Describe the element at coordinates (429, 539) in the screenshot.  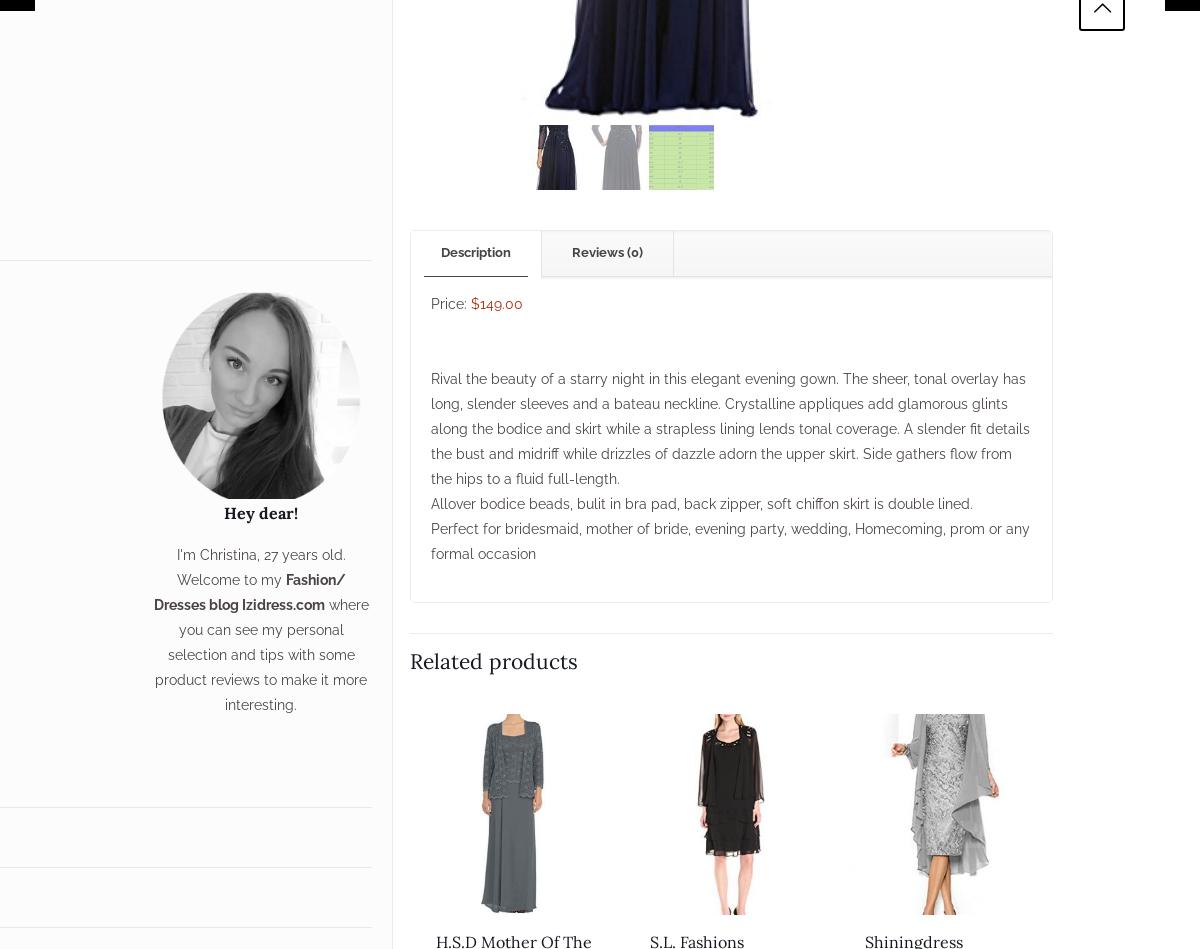
I see `'Perfect for bridesmaid, mother of bride, evening party, wedding, Homecoming, prom or any formal occasion'` at that location.